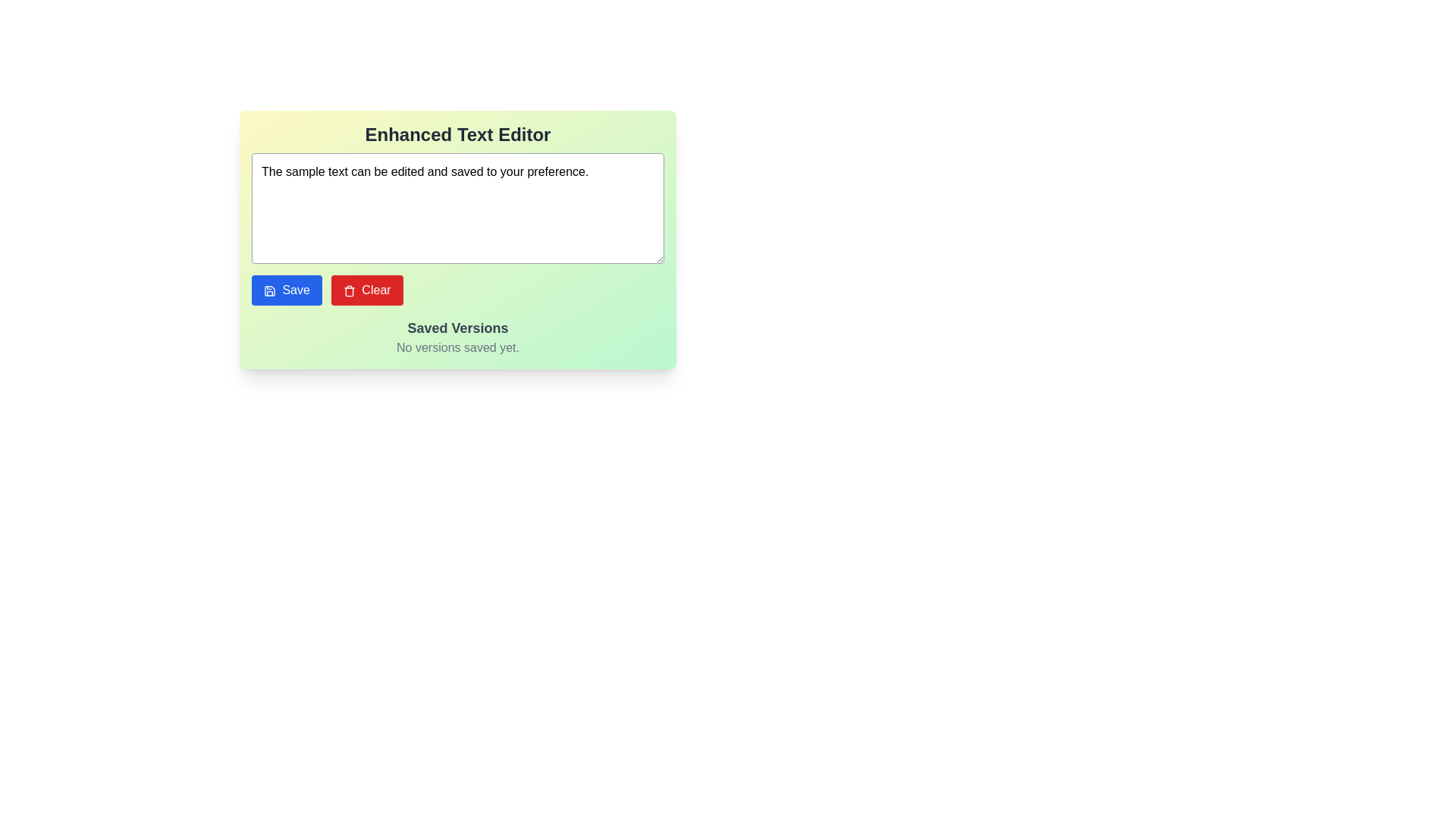 This screenshot has width=1456, height=819. Describe the element at coordinates (367, 290) in the screenshot. I see `the clear button located below the text input area, which is the second button in a group to the right of the 'Save' button with a blue background, to clear the text input` at that location.